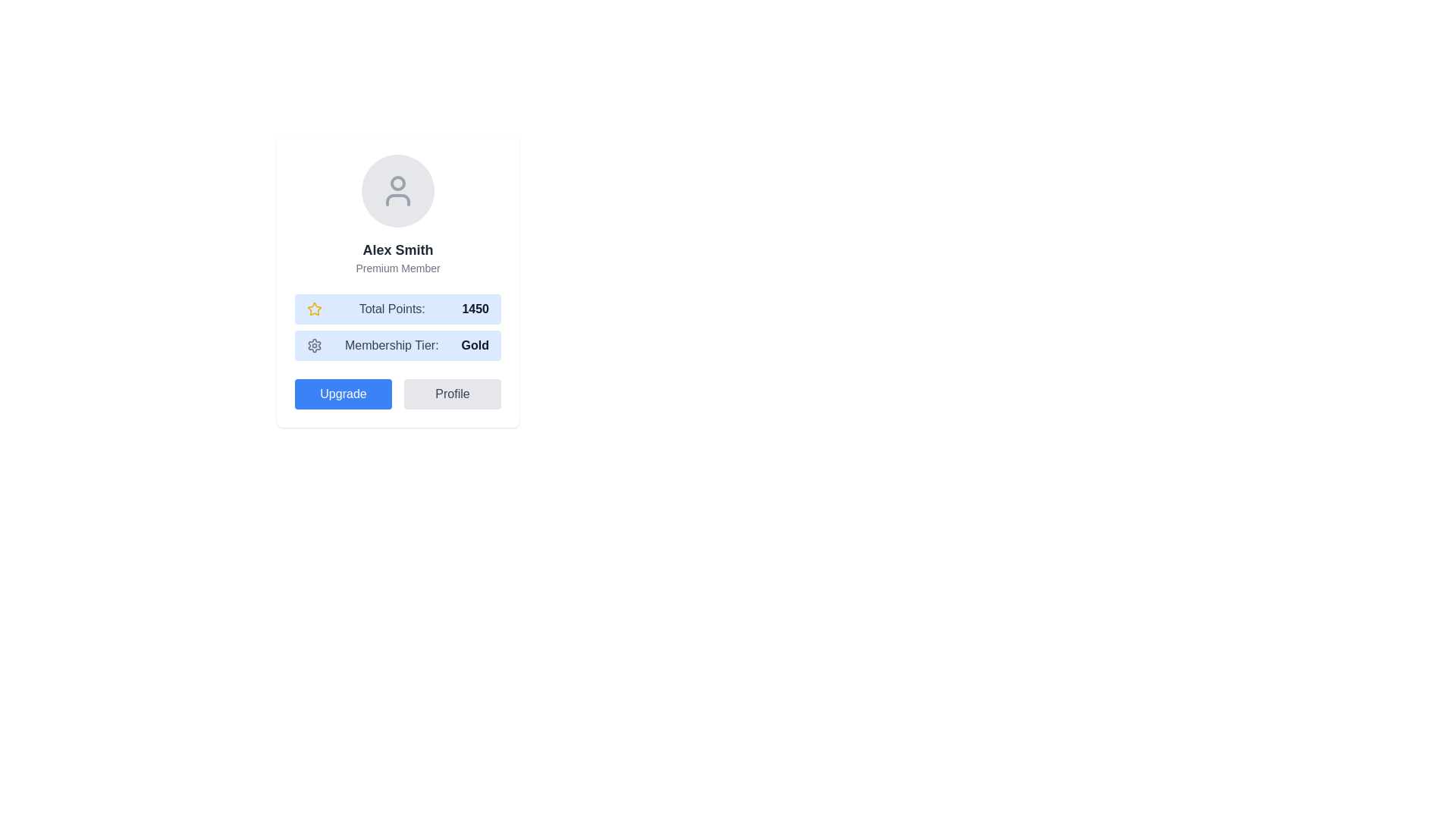 This screenshot has width=1456, height=819. I want to click on the Profile Display Section, which shows the user's name, membership level, and profile picture, located at the top-center of the interface, so click(397, 215).